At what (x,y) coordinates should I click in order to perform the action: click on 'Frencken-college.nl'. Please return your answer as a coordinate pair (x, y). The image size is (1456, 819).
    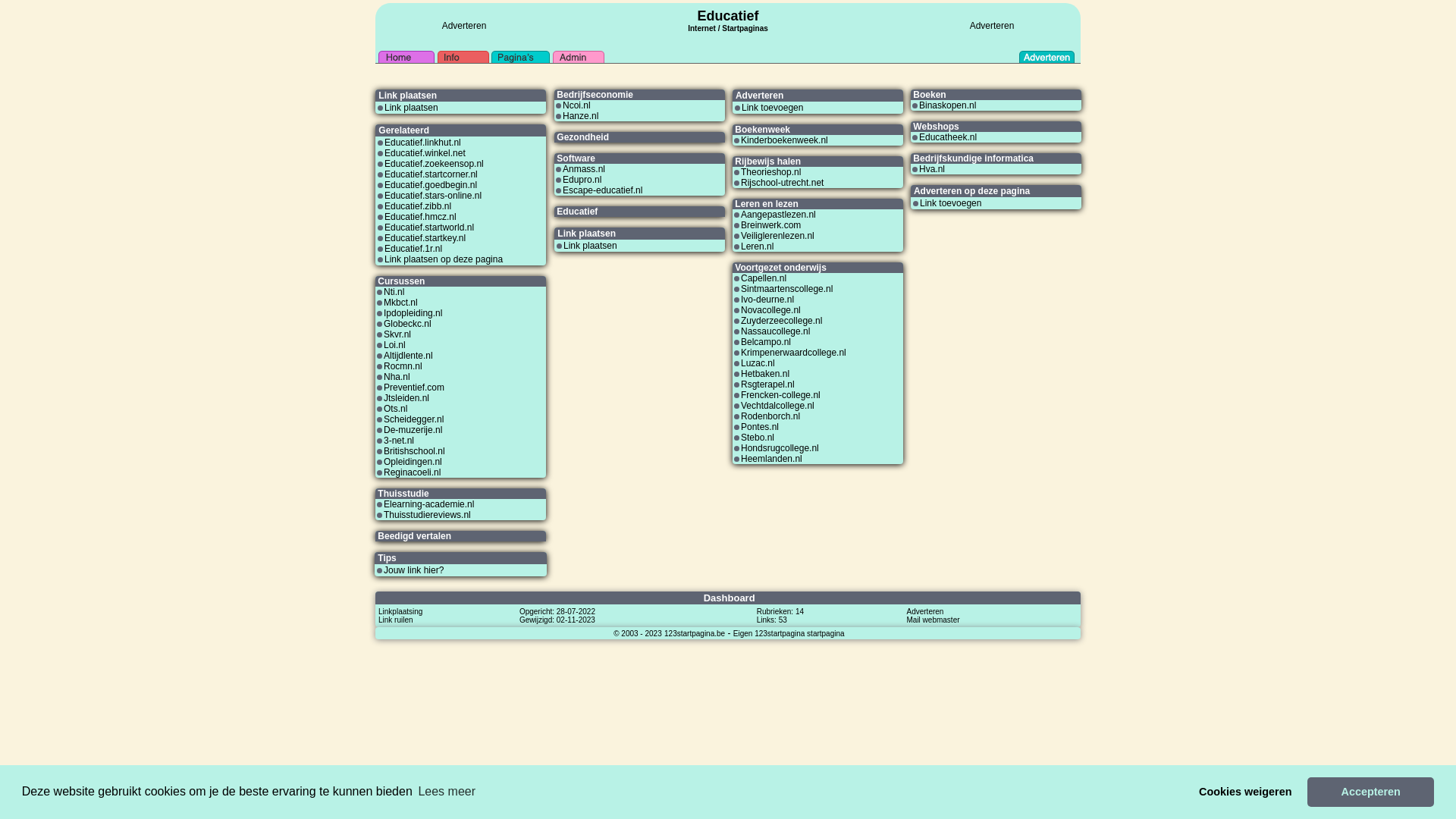
    Looking at the image, I should click on (780, 394).